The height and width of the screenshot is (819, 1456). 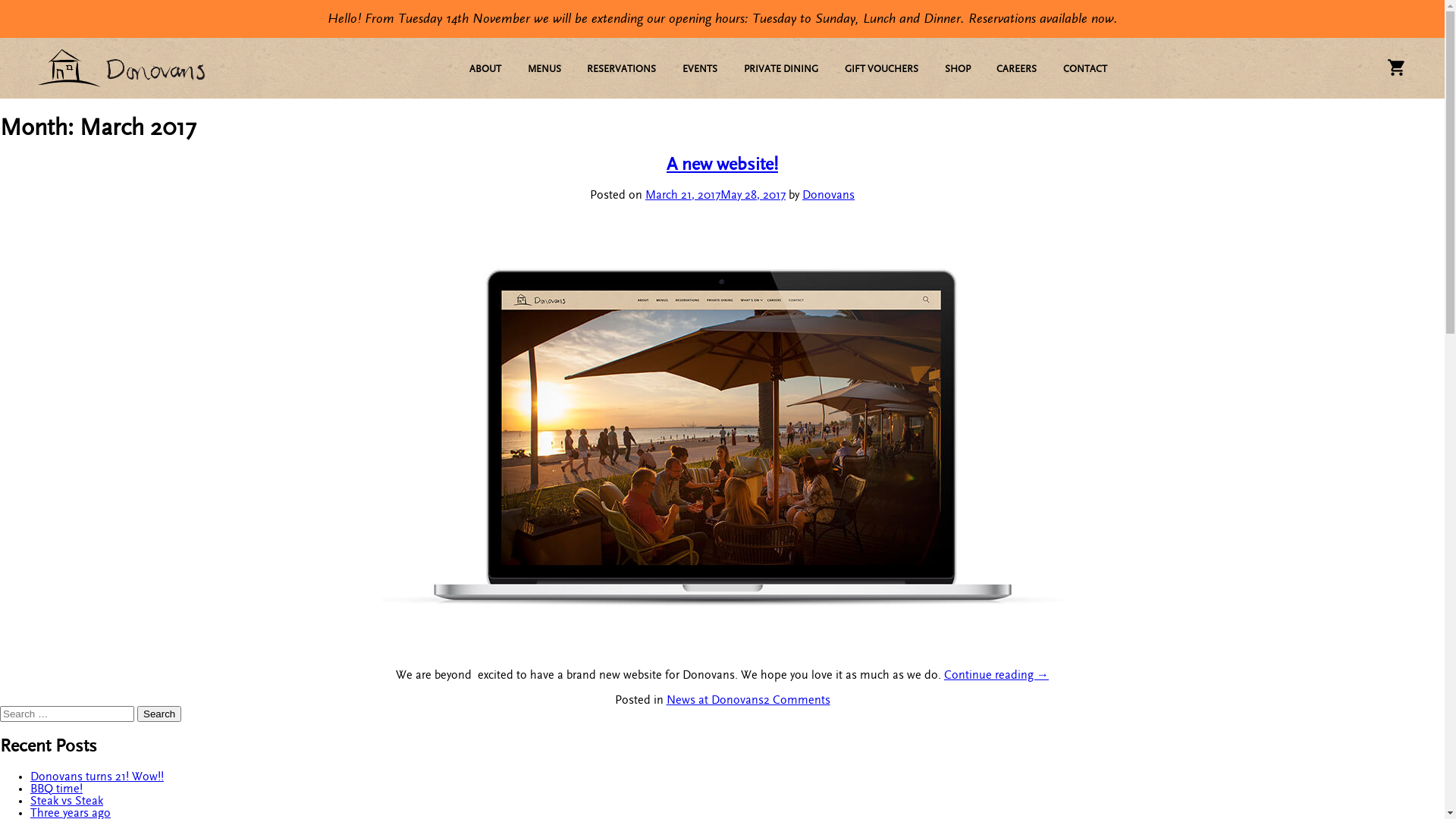 What do you see at coordinates (159, 714) in the screenshot?
I see `'Search'` at bounding box center [159, 714].